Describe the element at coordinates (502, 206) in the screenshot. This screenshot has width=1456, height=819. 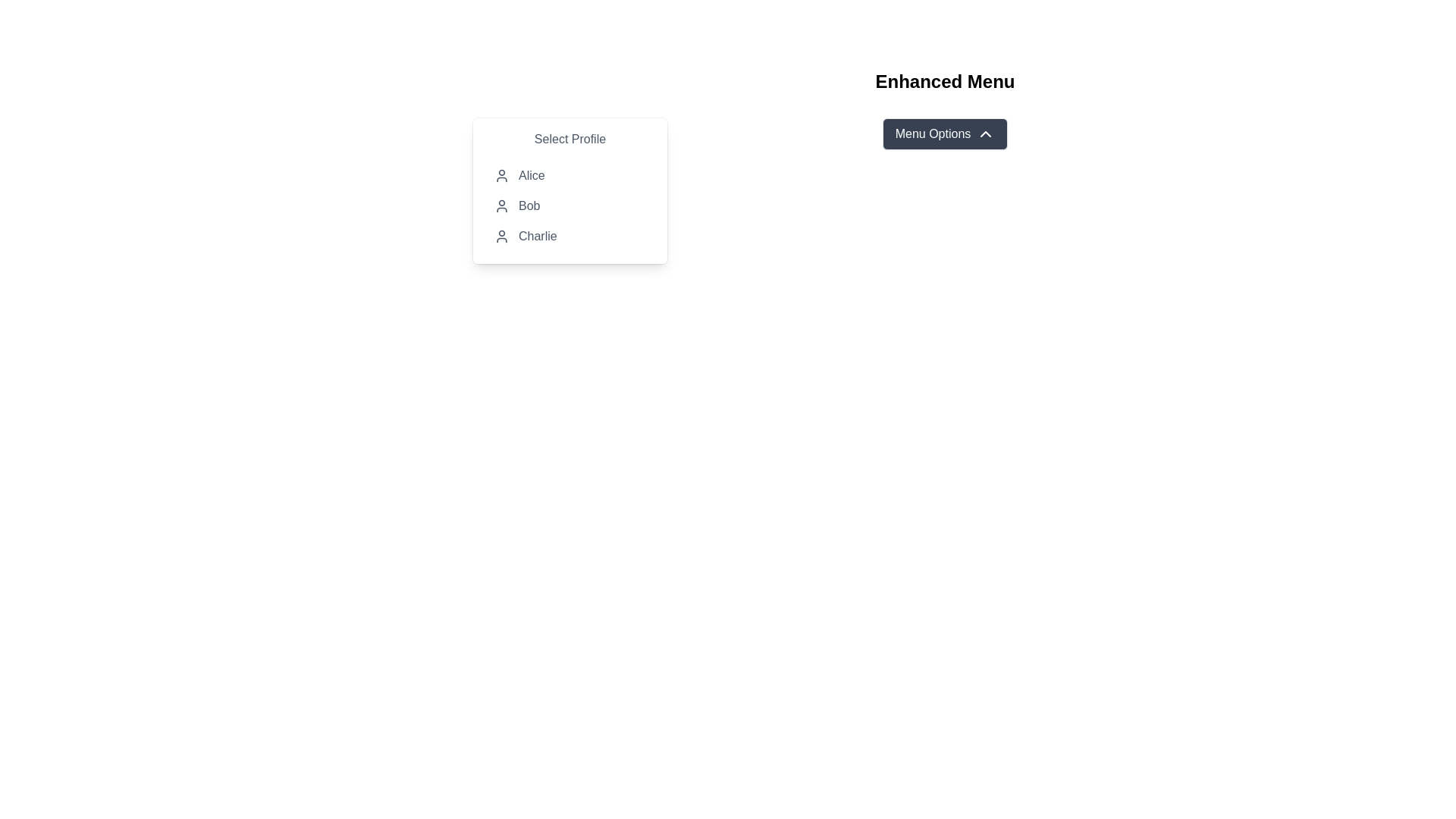
I see `the user profile icon representing 'Bob' located in the 'Select Profile' menu, positioned to the left of the text 'Bob'` at that location.